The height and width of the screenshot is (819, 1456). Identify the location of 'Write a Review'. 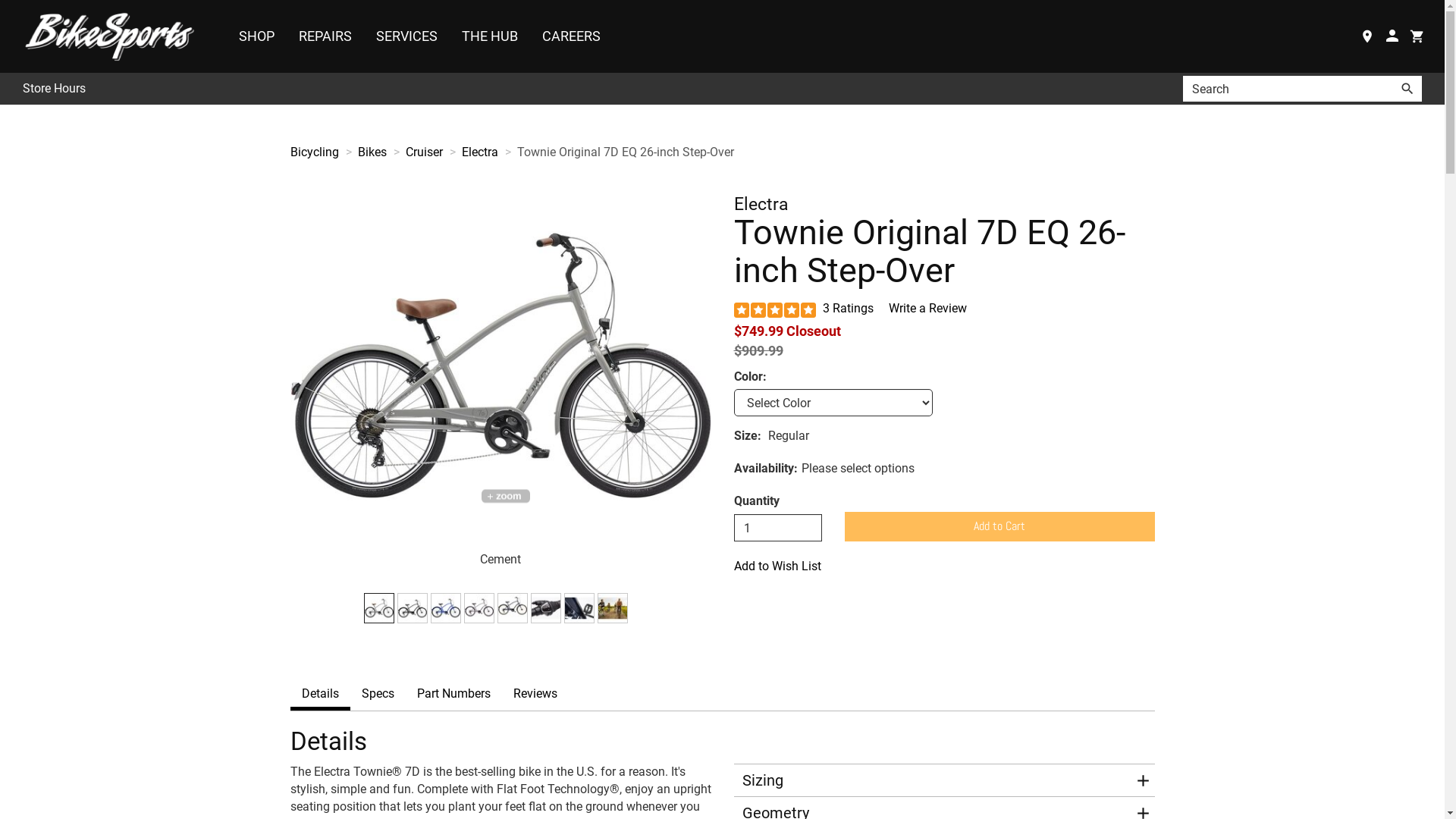
(927, 307).